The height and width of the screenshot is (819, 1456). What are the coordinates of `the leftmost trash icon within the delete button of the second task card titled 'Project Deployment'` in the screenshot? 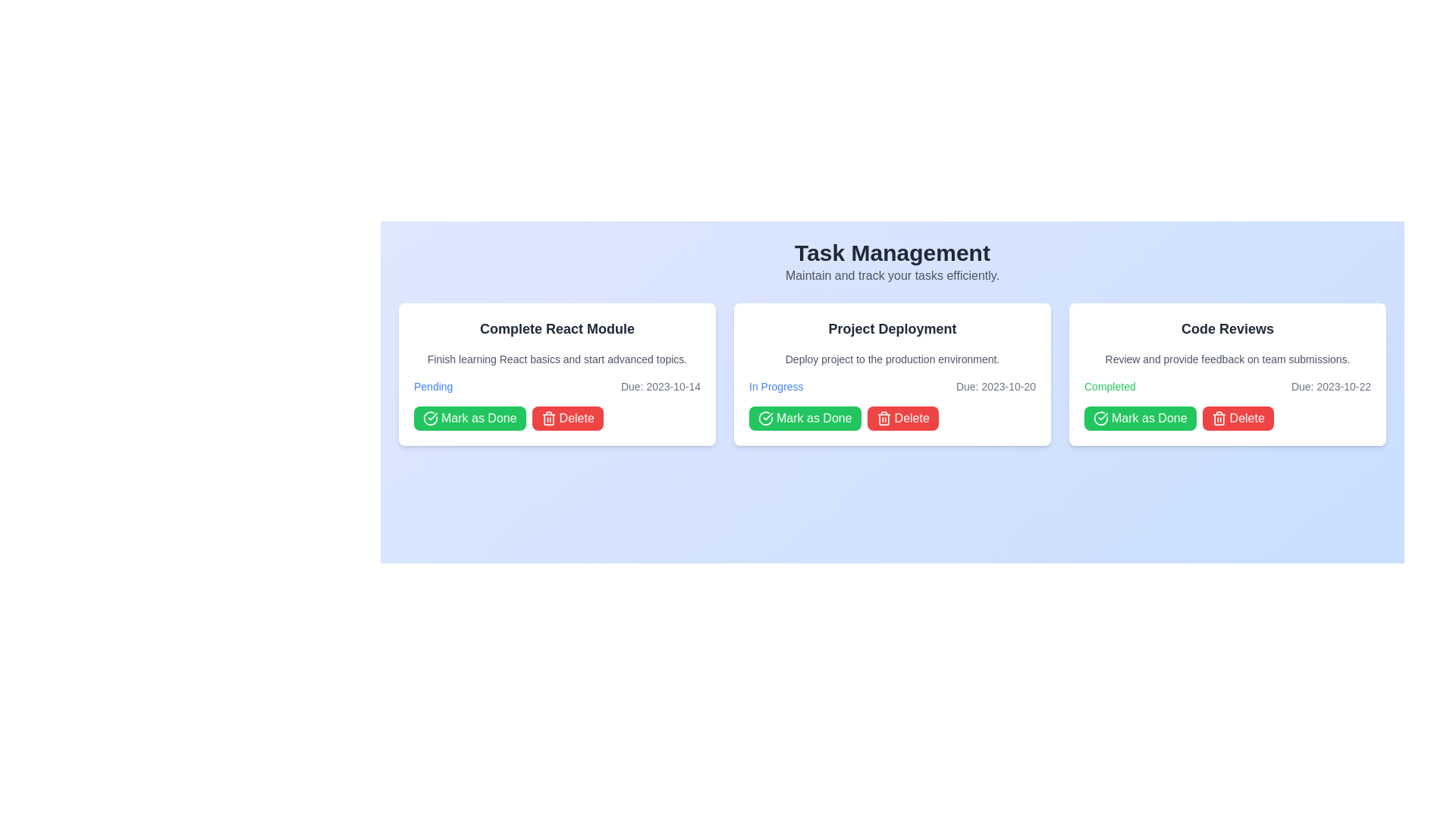 It's located at (883, 418).